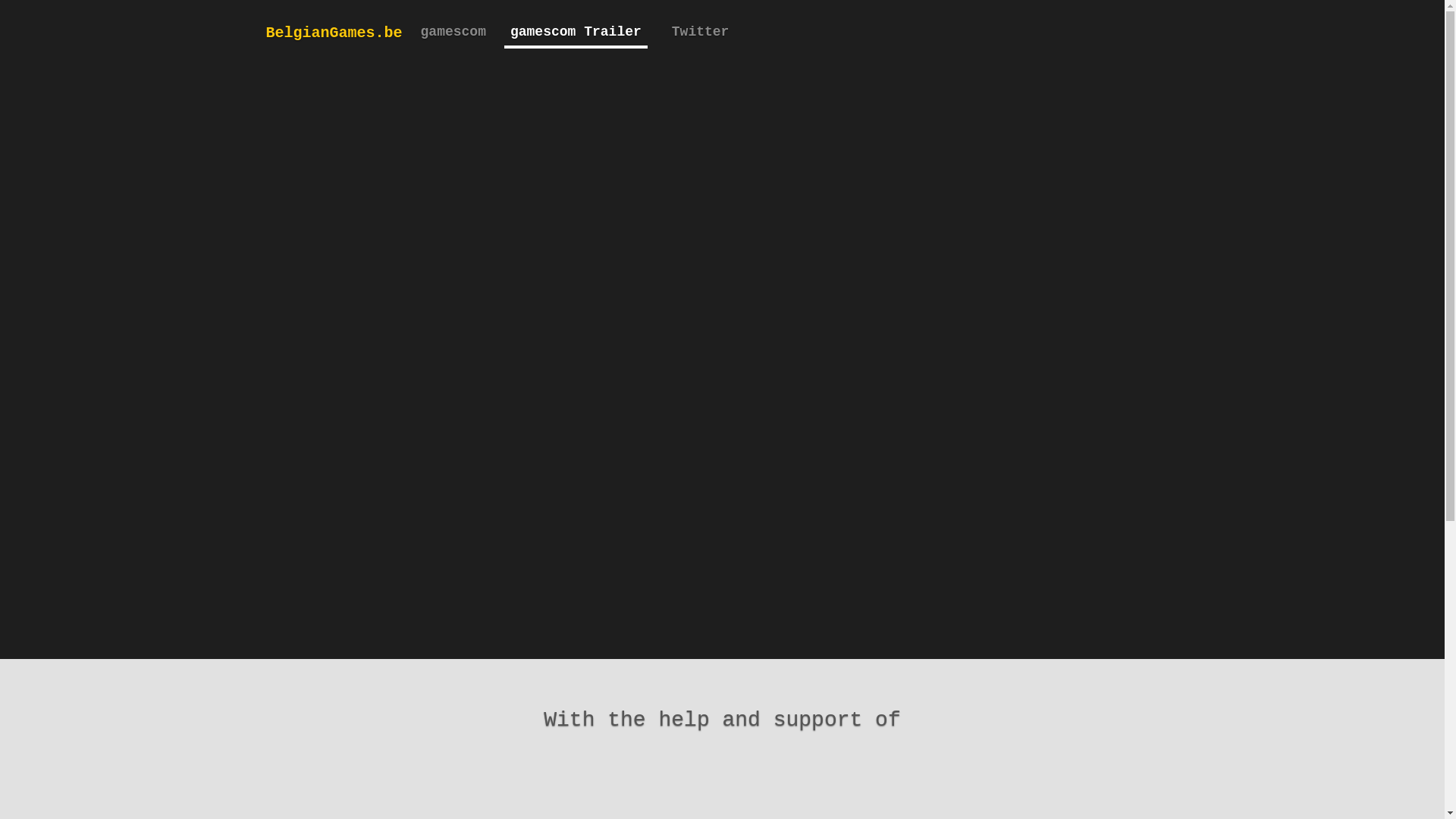  Describe the element at coordinates (333, 33) in the screenshot. I see `'BelgianGames.be'` at that location.